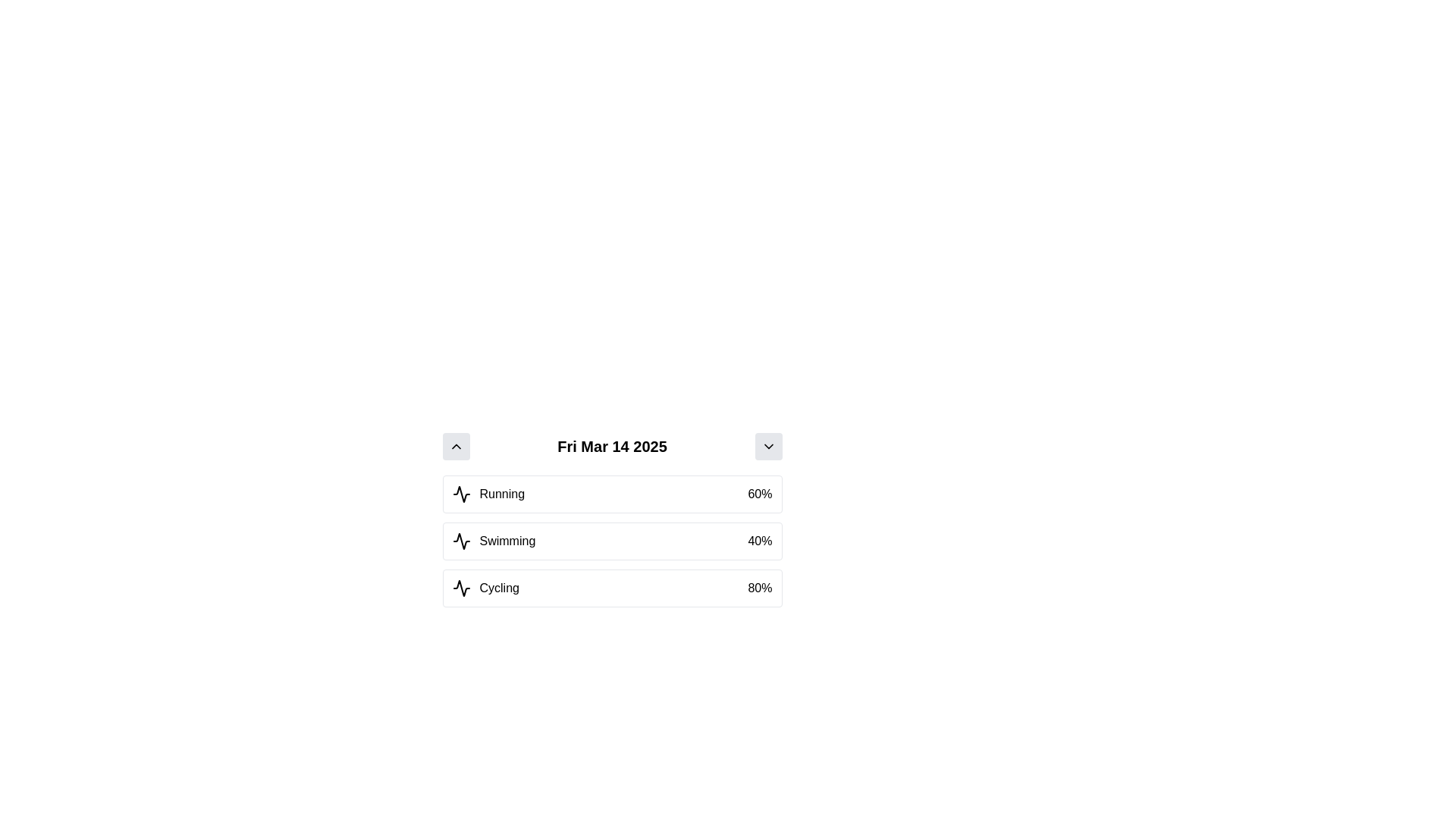  Describe the element at coordinates (499, 587) in the screenshot. I see `text label indicating the activity 'Cycling' in the third row of the vertical list` at that location.